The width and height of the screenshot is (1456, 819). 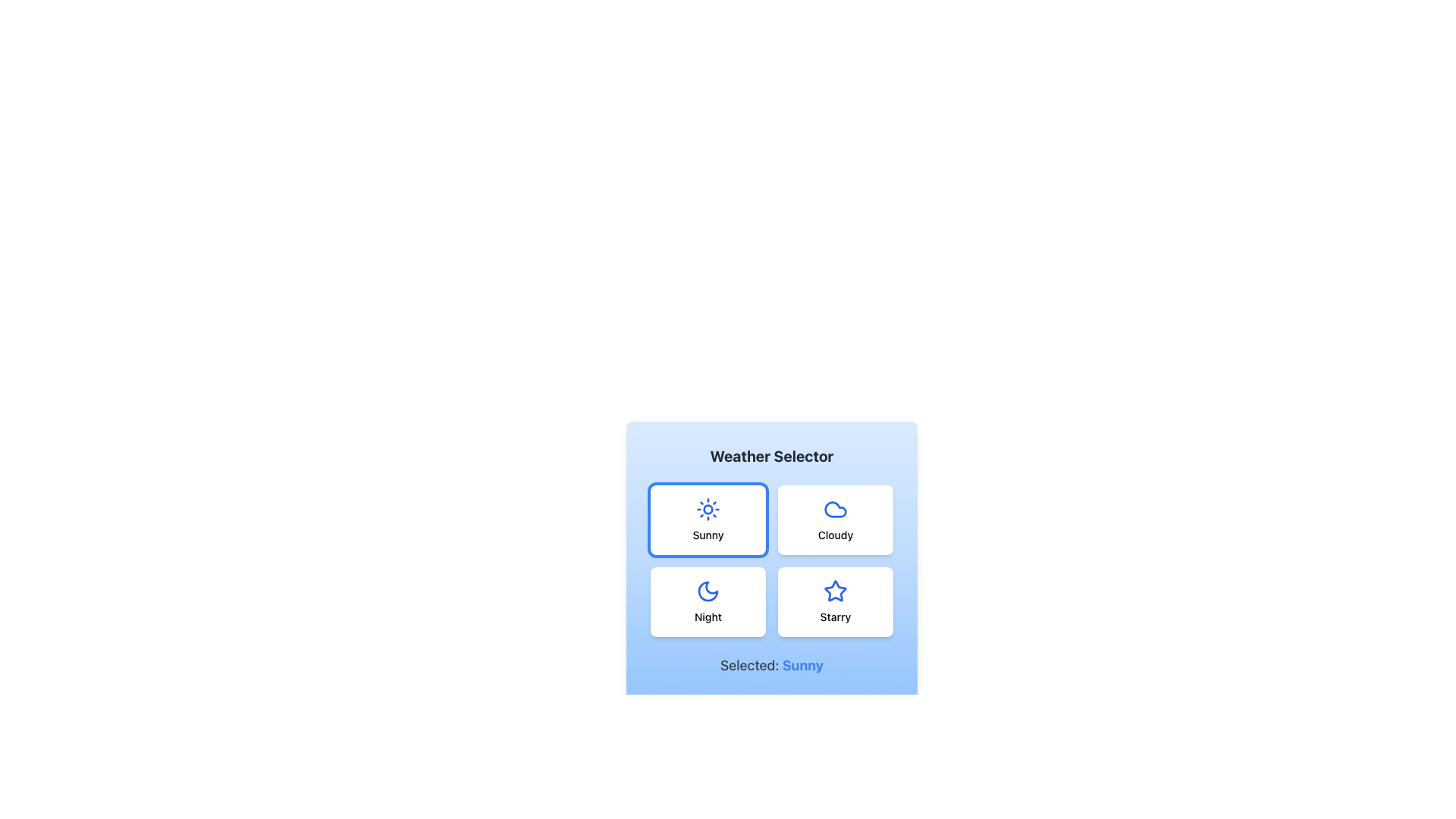 I want to click on the 'Night' SVG icon representing nighttime in the weather selector interface, located in the bottom-left button of a 2x2 grid layout, so click(x=708, y=590).